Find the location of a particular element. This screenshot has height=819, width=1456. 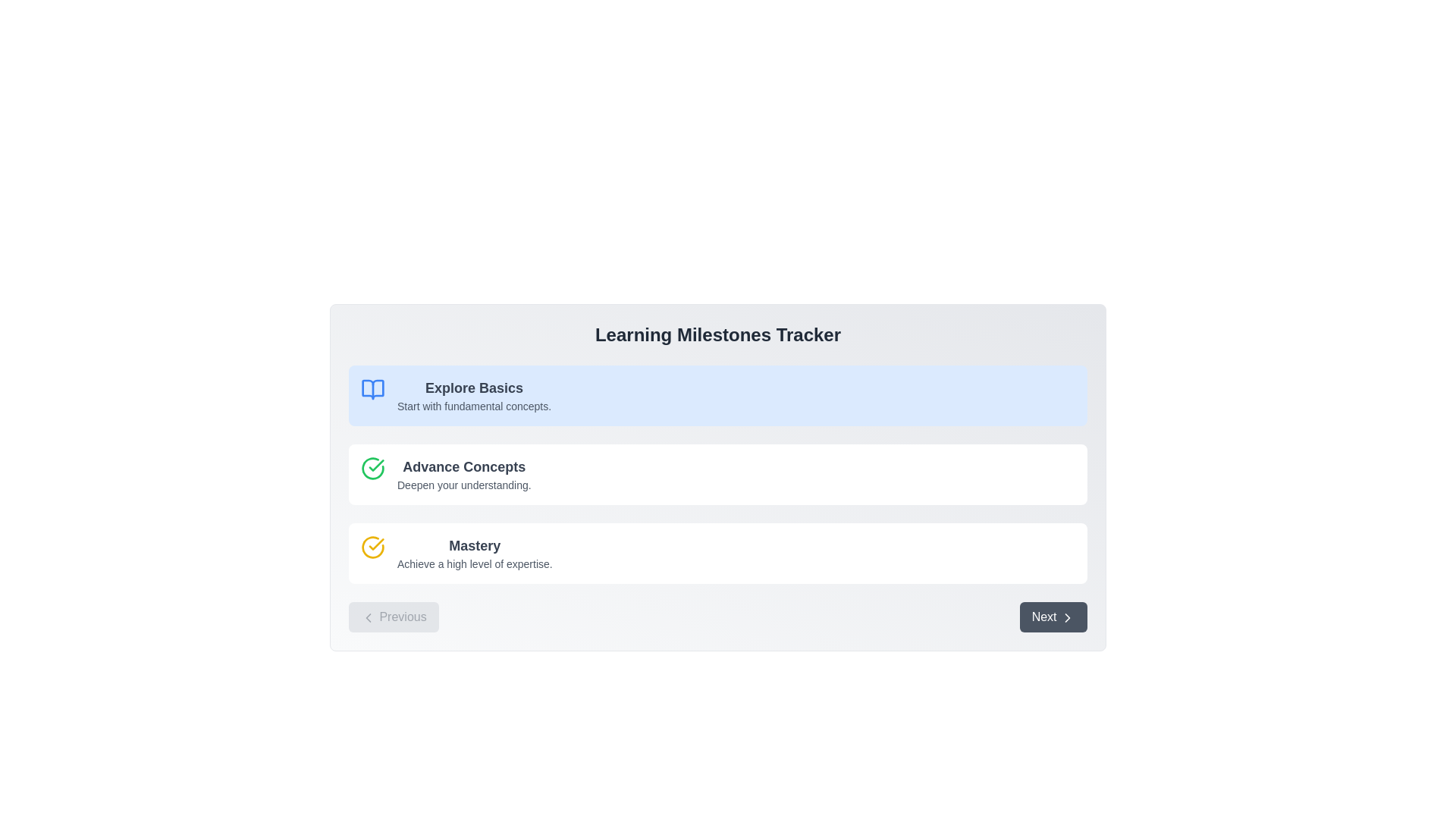

the 'Previous' button, which is a rectangular button with a gray background and rounded corners, located on the far-left side of the navigation layout in the tracker interface is located at coordinates (394, 617).